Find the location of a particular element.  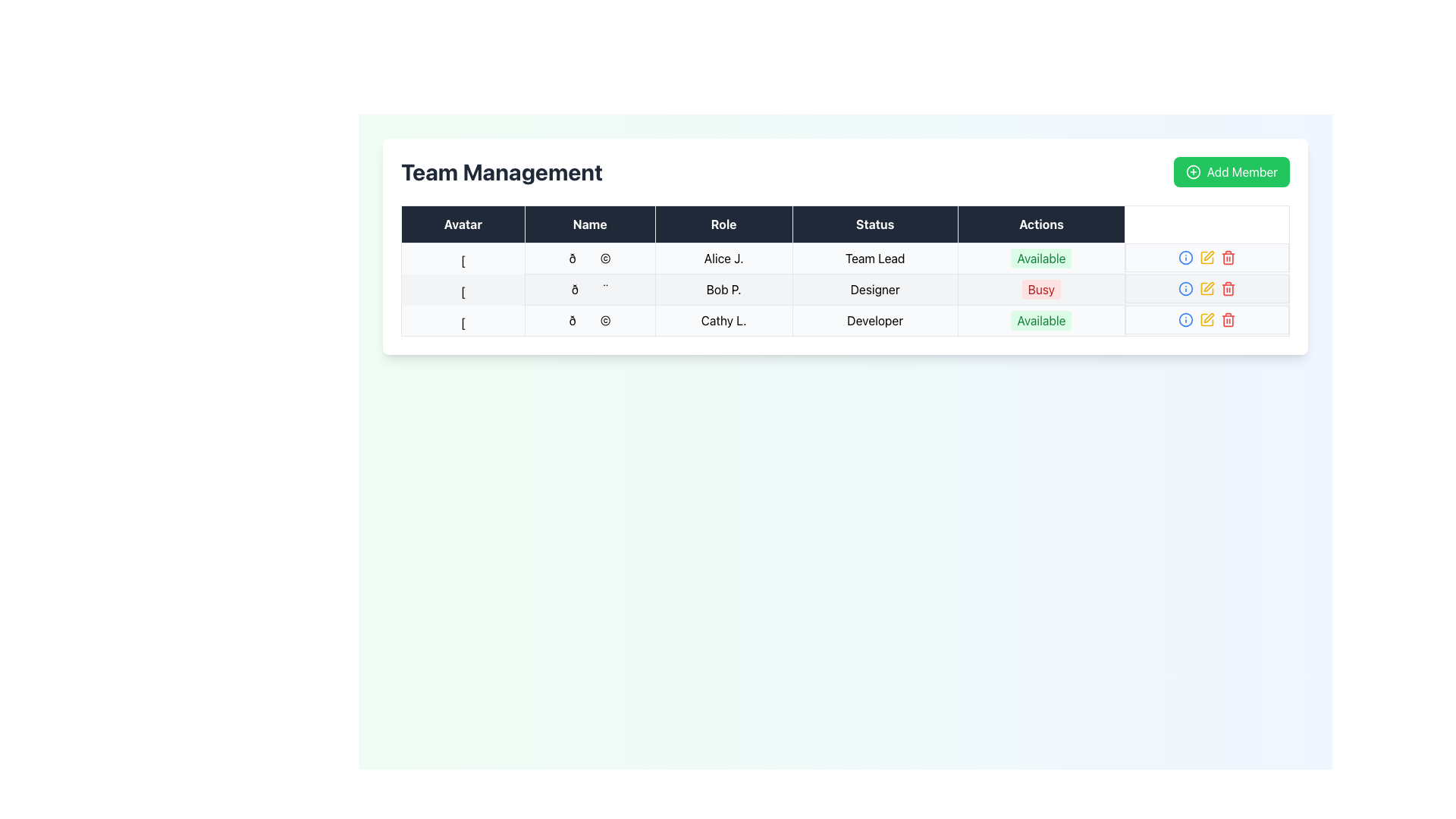

the information icon located in the second row of the table, aligned to the right of the 'Actions' column is located at coordinates (1185, 288).